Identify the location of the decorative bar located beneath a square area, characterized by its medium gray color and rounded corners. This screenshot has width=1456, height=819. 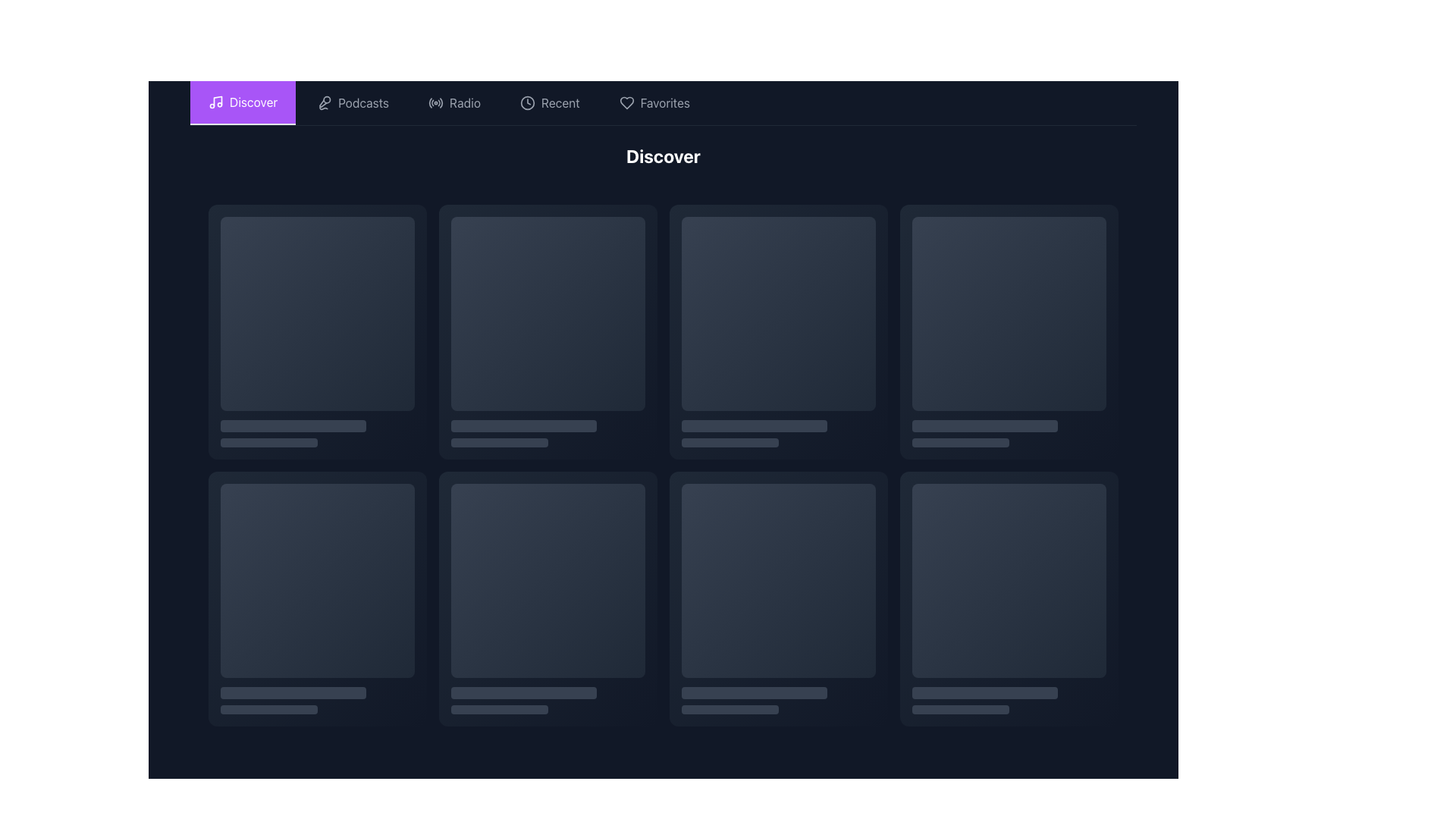
(985, 693).